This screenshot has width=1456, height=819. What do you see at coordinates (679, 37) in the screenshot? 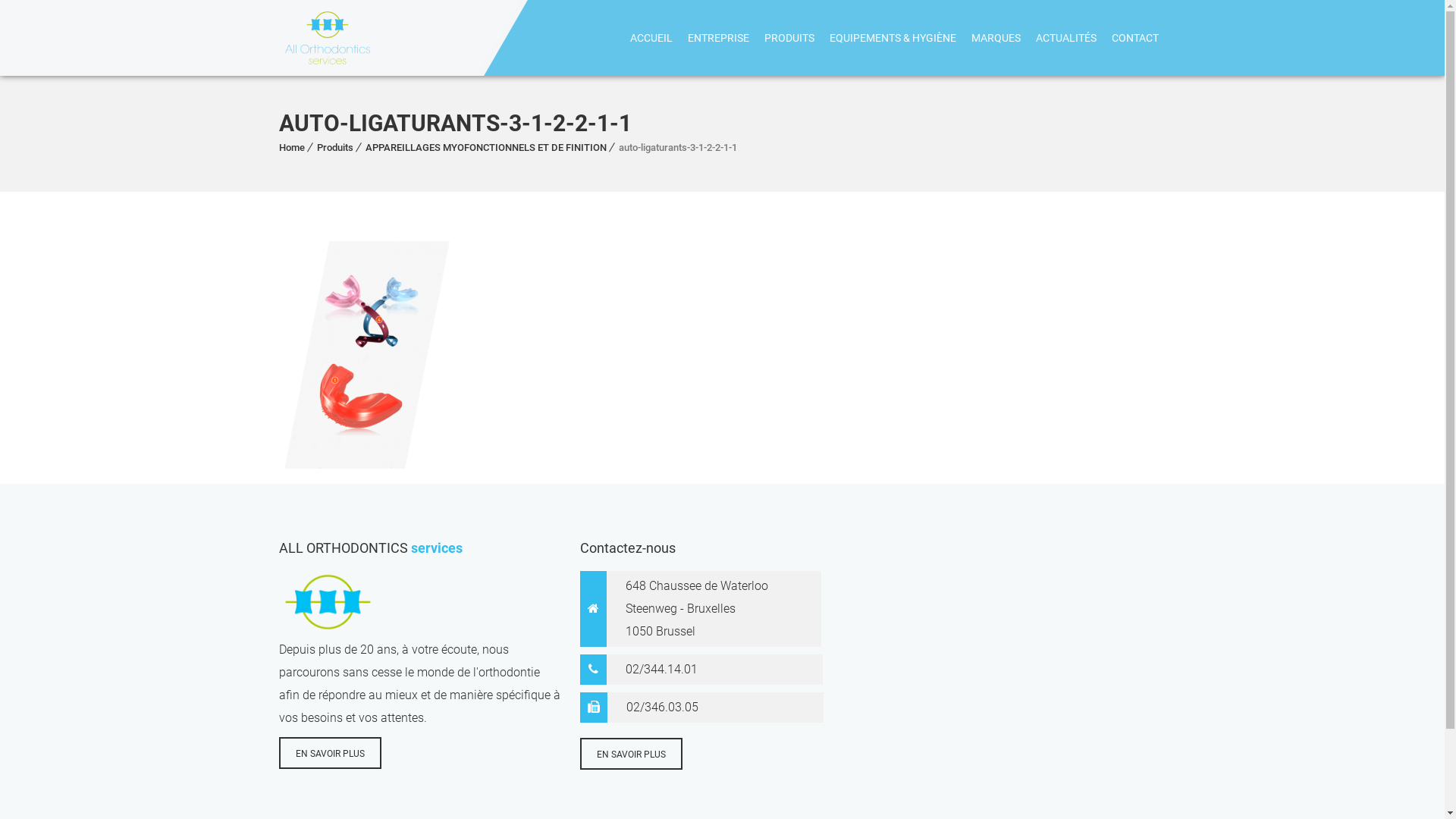
I see `'ENTREPRISE'` at bounding box center [679, 37].